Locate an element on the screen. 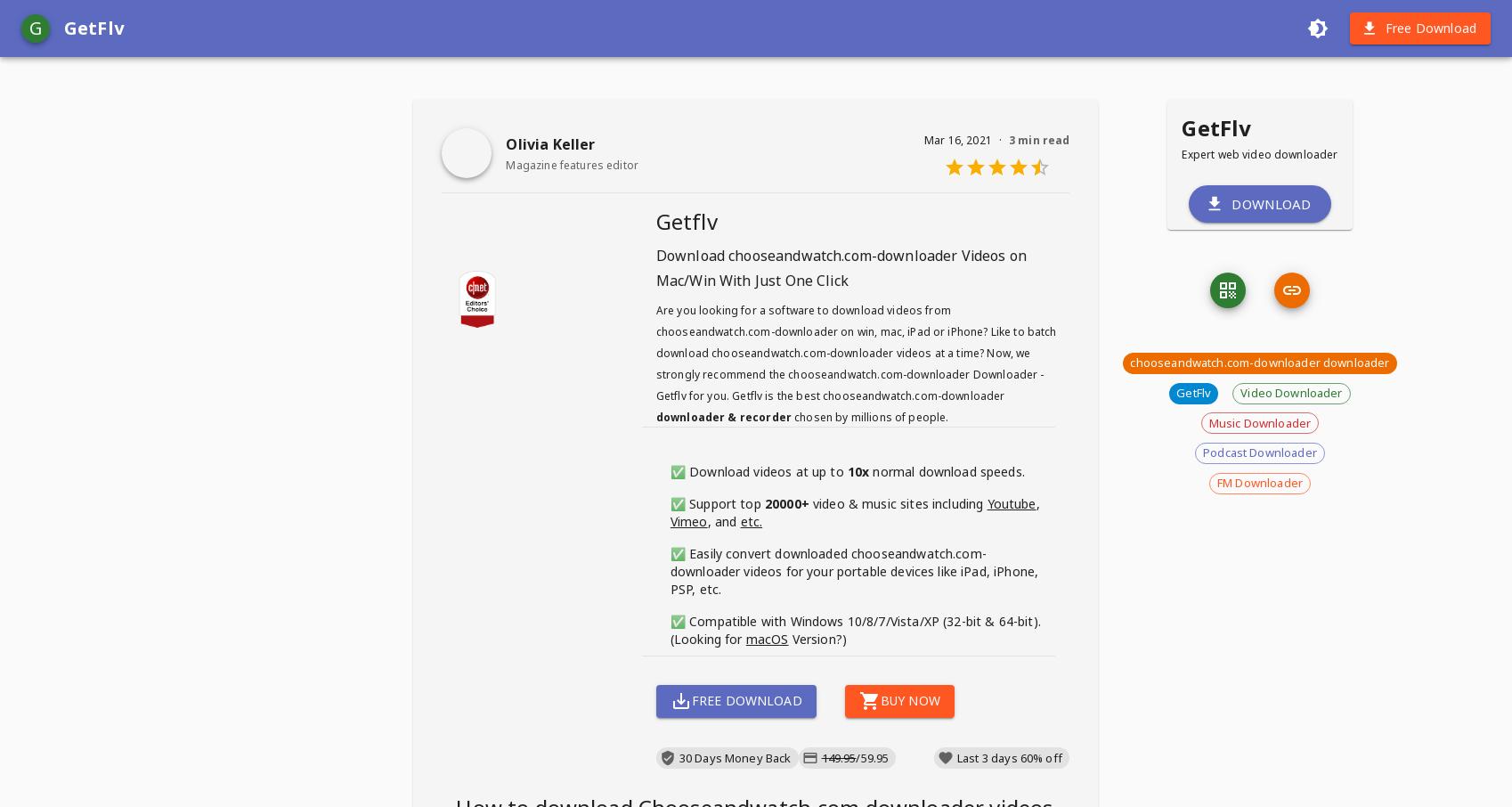 Image resolution: width=1512 pixels, height=807 pixels. '✅ Support top' is located at coordinates (670, 502).